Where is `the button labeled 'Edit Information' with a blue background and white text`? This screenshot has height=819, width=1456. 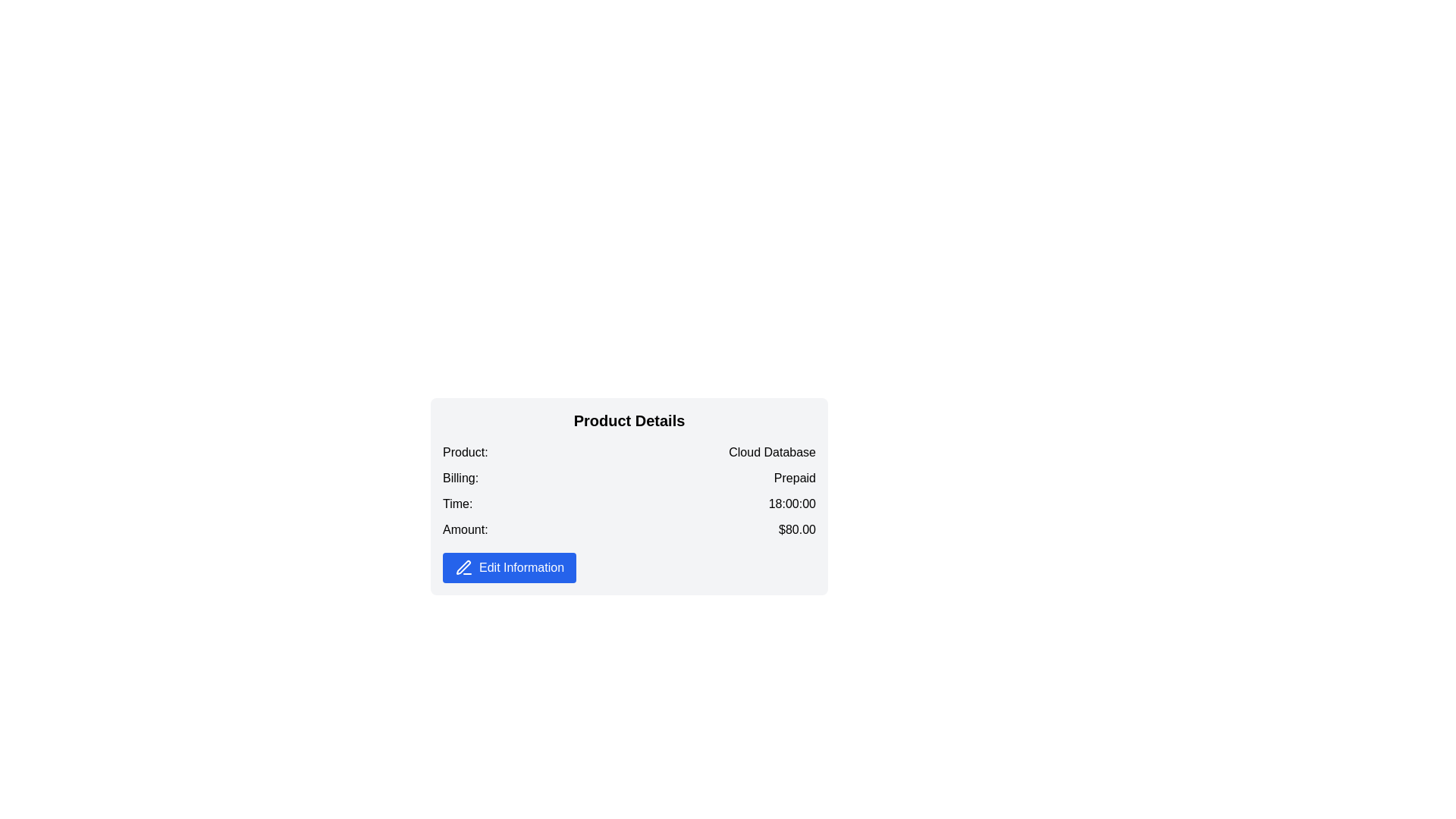
the button labeled 'Edit Information' with a blue background and white text is located at coordinates (510, 567).